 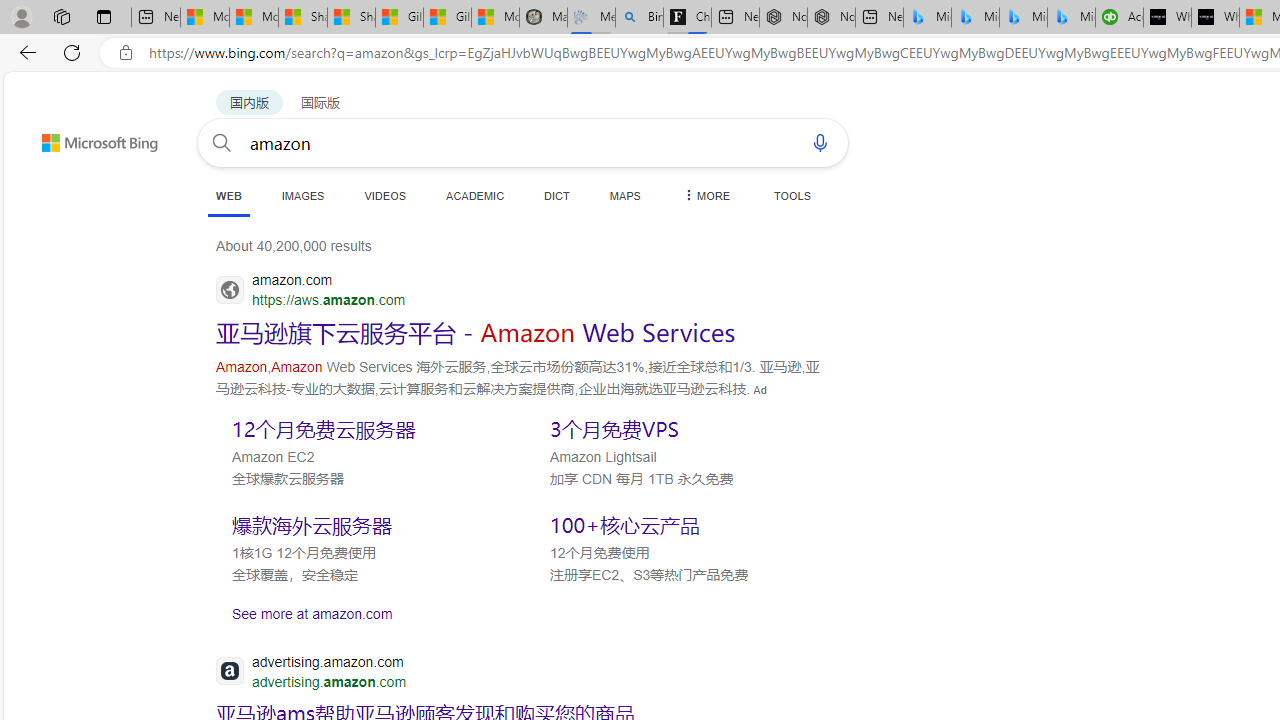 I want to click on 'VIDEOS', so click(x=385, y=195).